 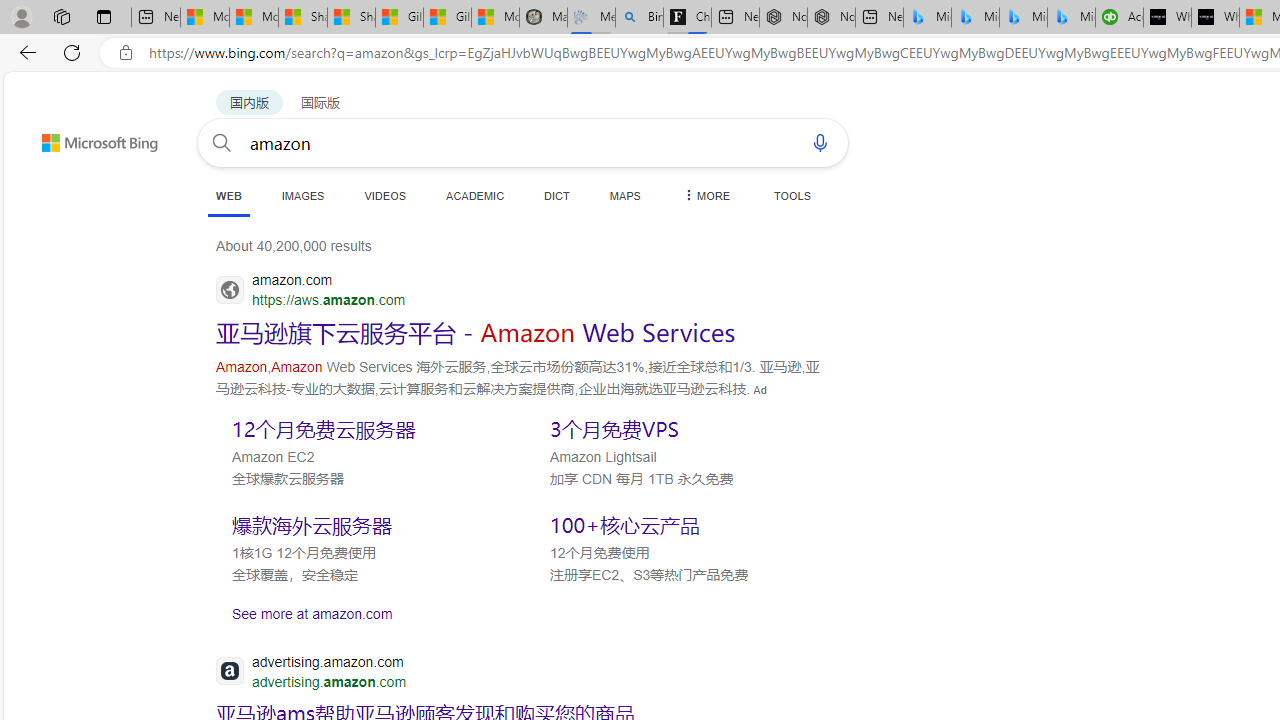 I want to click on 'VIDEOS', so click(x=385, y=195).